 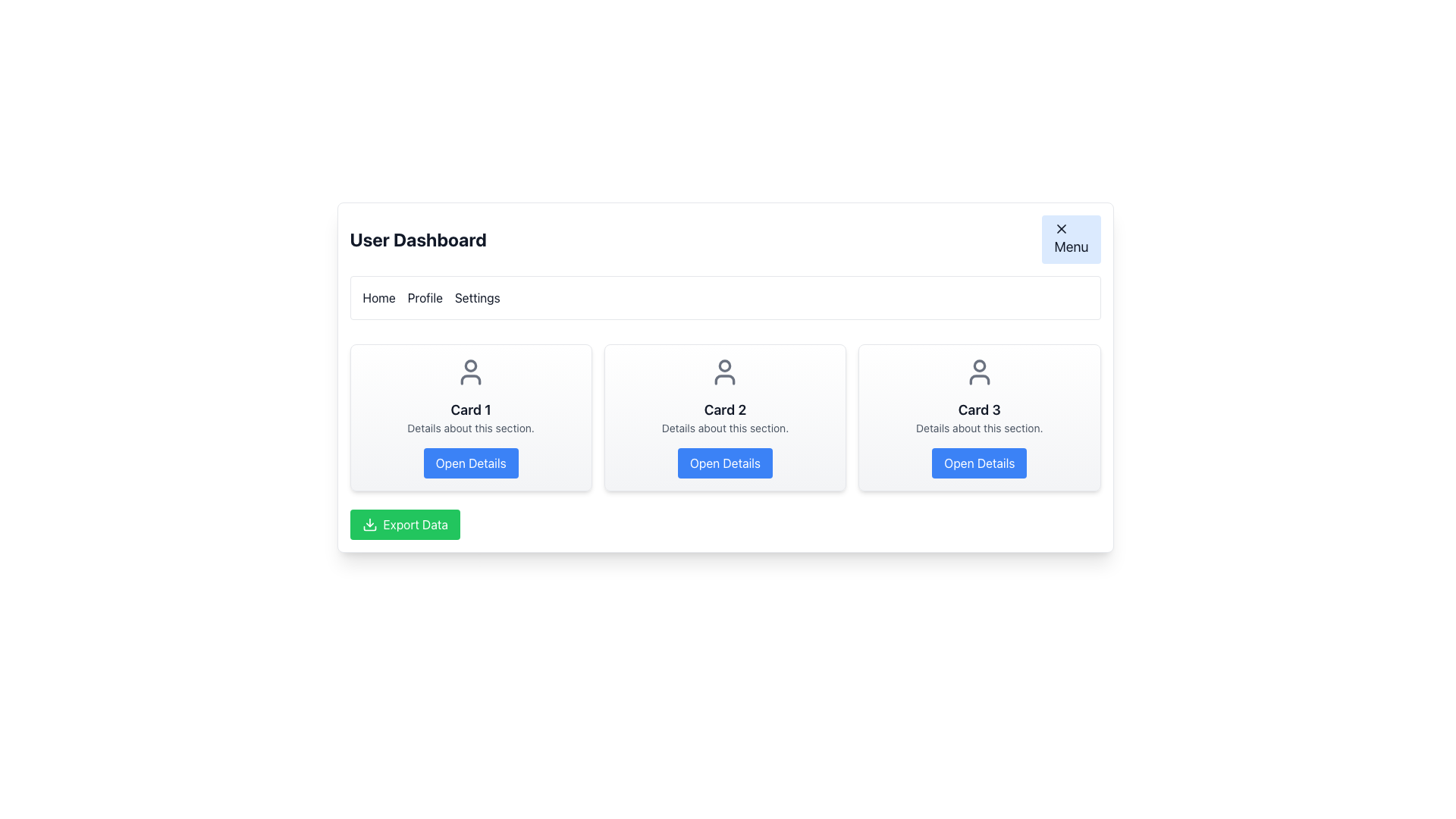 I want to click on text label that serves as the title for the third card in a set of three, positioned centrally within the card above the details section, so click(x=979, y=409).